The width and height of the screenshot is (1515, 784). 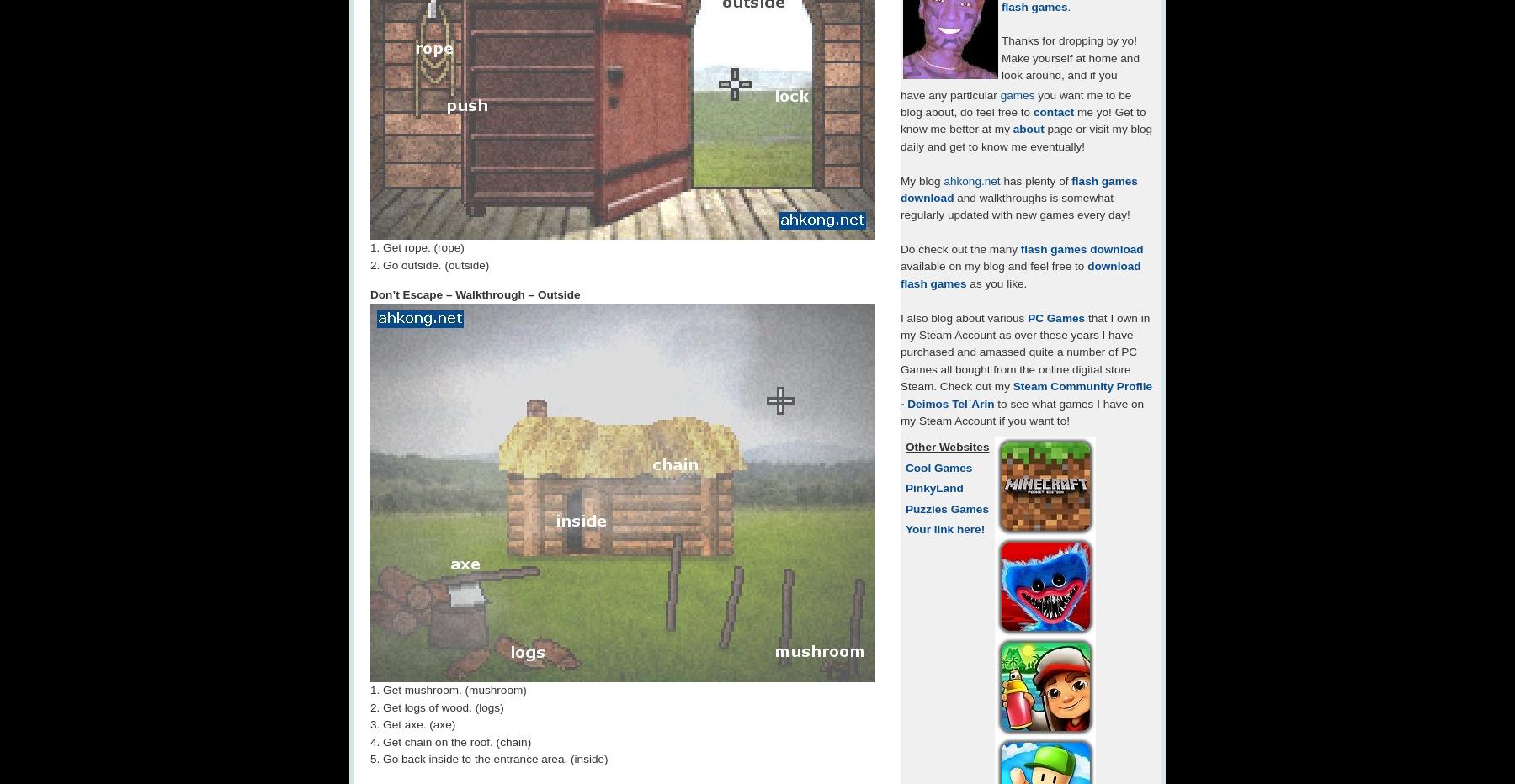 What do you see at coordinates (1025, 136) in the screenshot?
I see `'page or visit my blog daily and get to know me eventually!'` at bounding box center [1025, 136].